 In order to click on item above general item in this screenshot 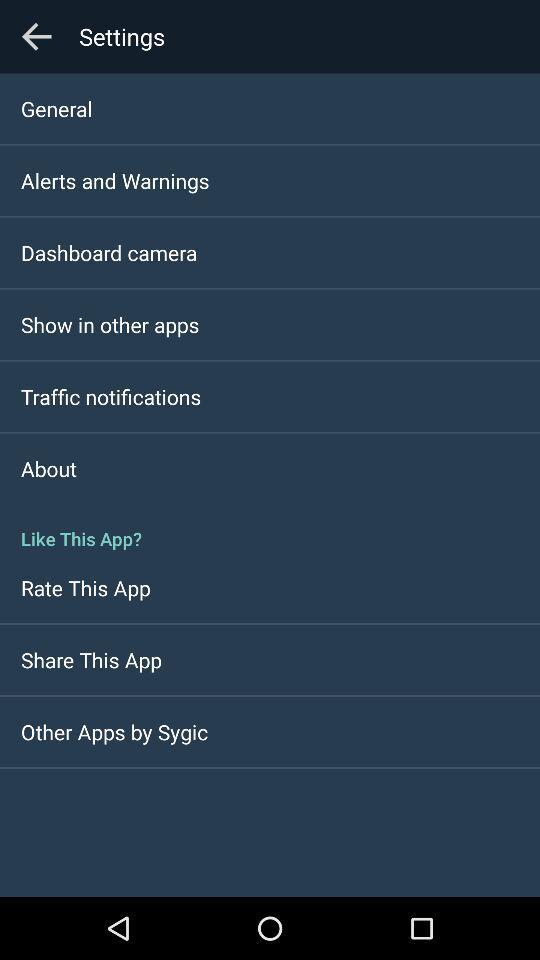, I will do `click(36, 35)`.